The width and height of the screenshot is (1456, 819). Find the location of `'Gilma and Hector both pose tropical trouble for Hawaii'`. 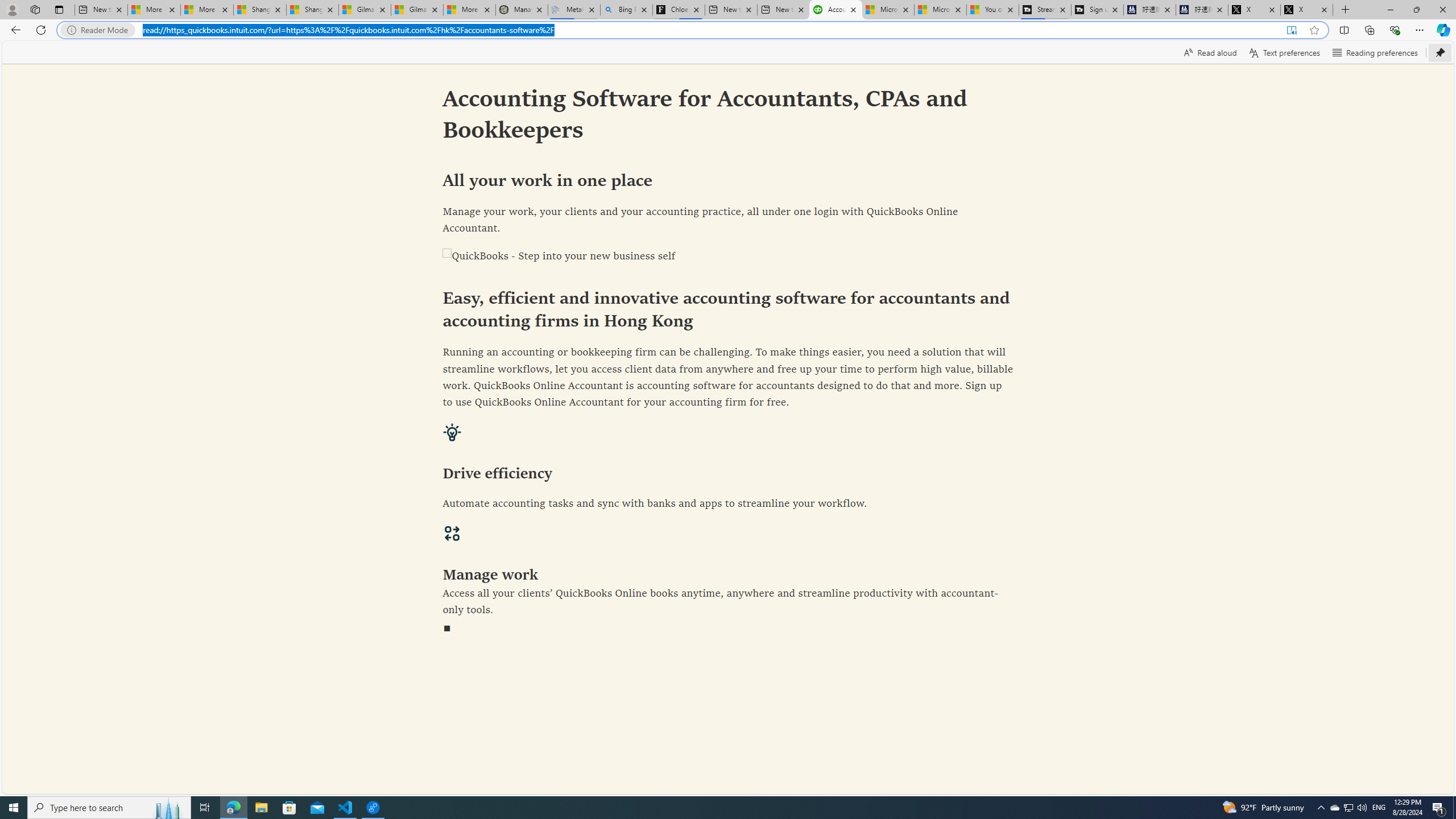

'Gilma and Hector both pose tropical trouble for Hawaii' is located at coordinates (417, 9).